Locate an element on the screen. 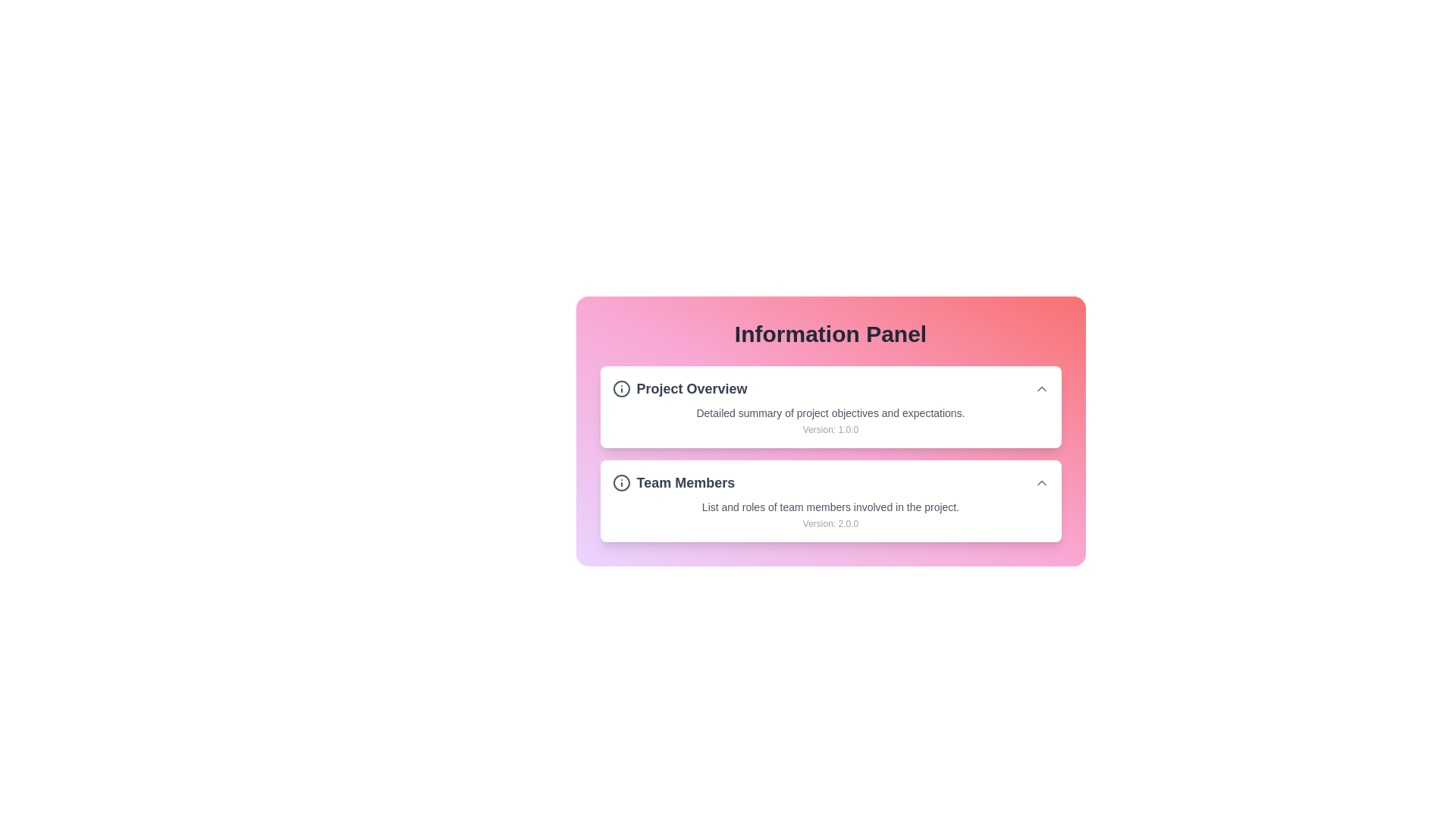 The width and height of the screenshot is (1456, 819). the second informational card in the Information Panel is located at coordinates (830, 500).